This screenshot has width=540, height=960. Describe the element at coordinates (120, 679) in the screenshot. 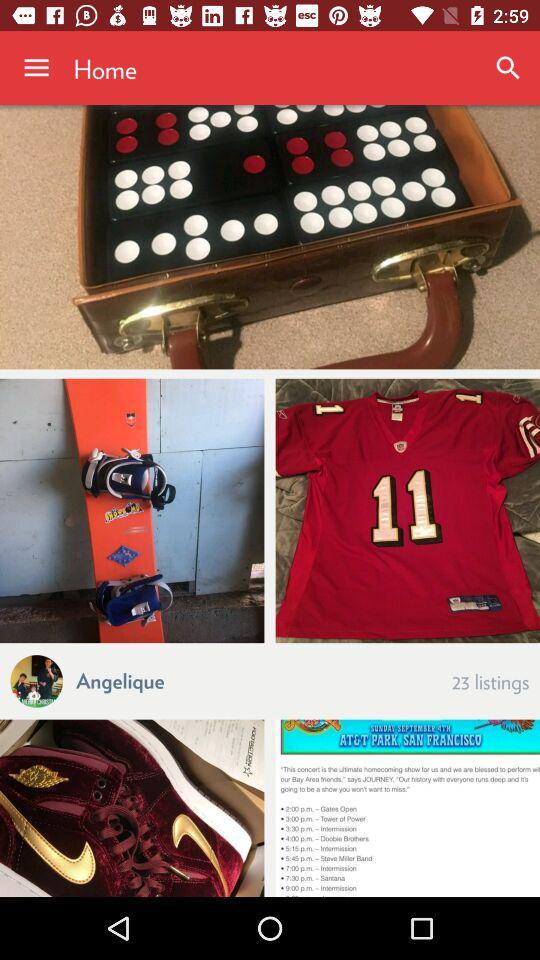

I see `angelique icon` at that location.